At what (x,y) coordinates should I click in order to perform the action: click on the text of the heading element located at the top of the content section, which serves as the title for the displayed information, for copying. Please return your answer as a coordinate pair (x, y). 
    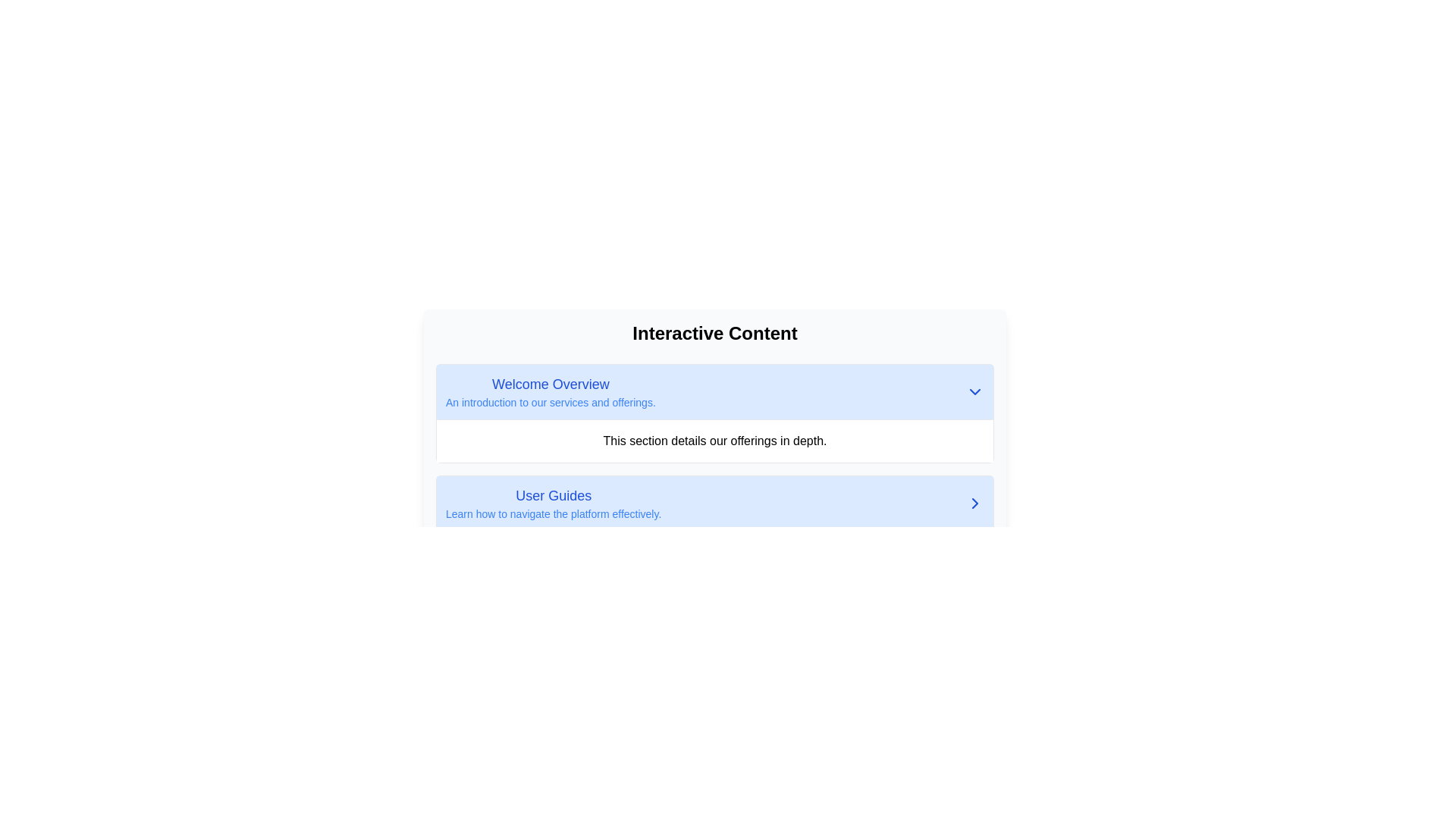
    Looking at the image, I should click on (714, 332).